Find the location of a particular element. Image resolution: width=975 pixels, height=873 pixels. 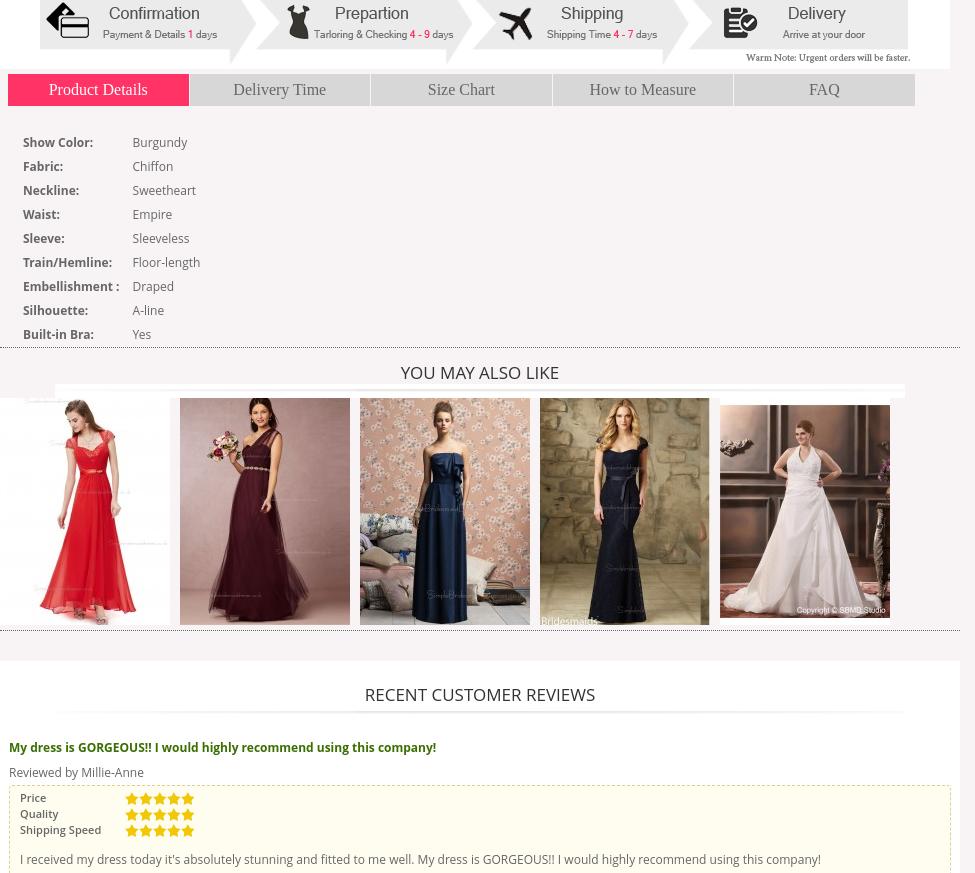

'Millie-Anne' is located at coordinates (111, 771).